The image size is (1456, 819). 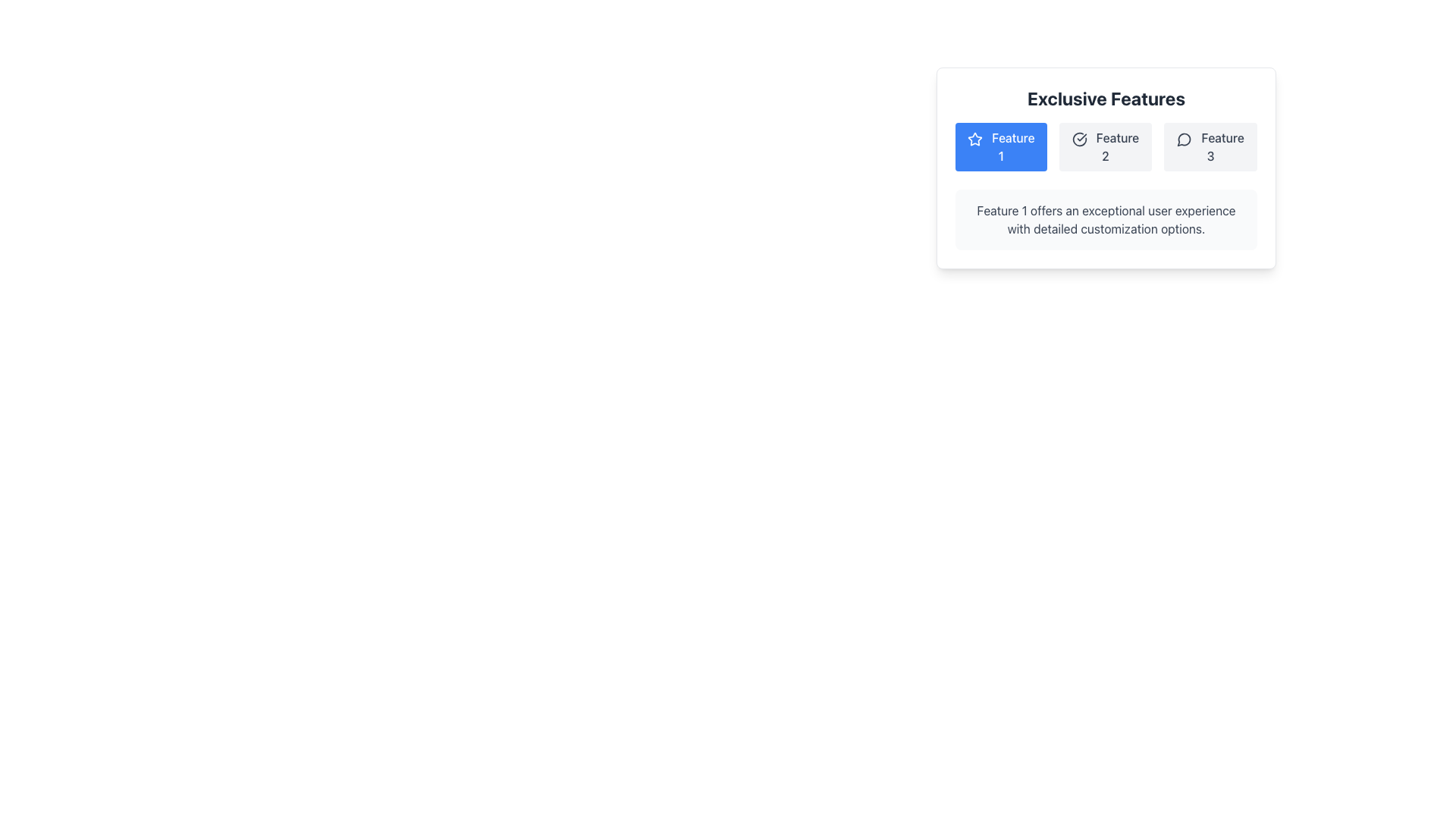 What do you see at coordinates (1106, 146) in the screenshot?
I see `the 'Feature 2' button, which is a rectangular button with a light gray background and darker gray text, positioned below the heading 'Exclusive Features'` at bounding box center [1106, 146].